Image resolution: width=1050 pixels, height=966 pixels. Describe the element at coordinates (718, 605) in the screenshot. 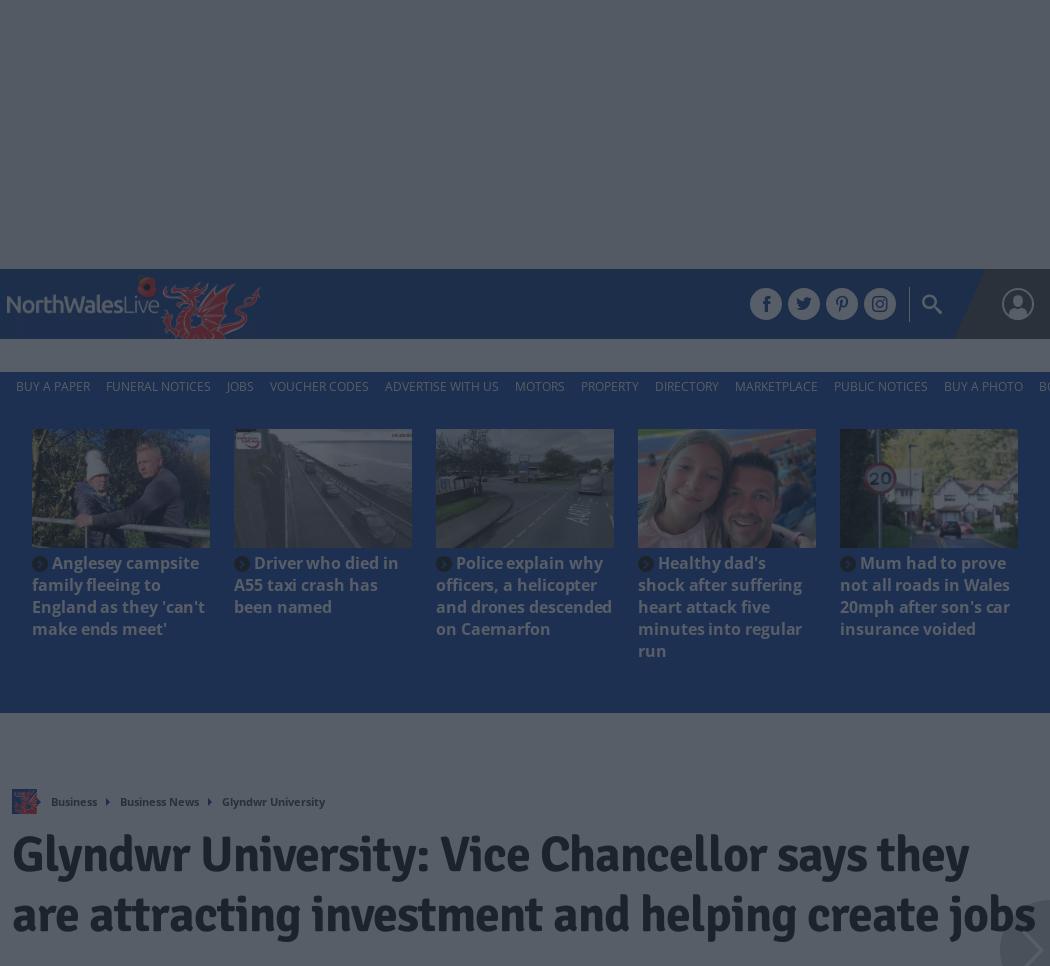

I see `'Healthy dad's shock after suffering heart attack five minutes into regular run'` at that location.